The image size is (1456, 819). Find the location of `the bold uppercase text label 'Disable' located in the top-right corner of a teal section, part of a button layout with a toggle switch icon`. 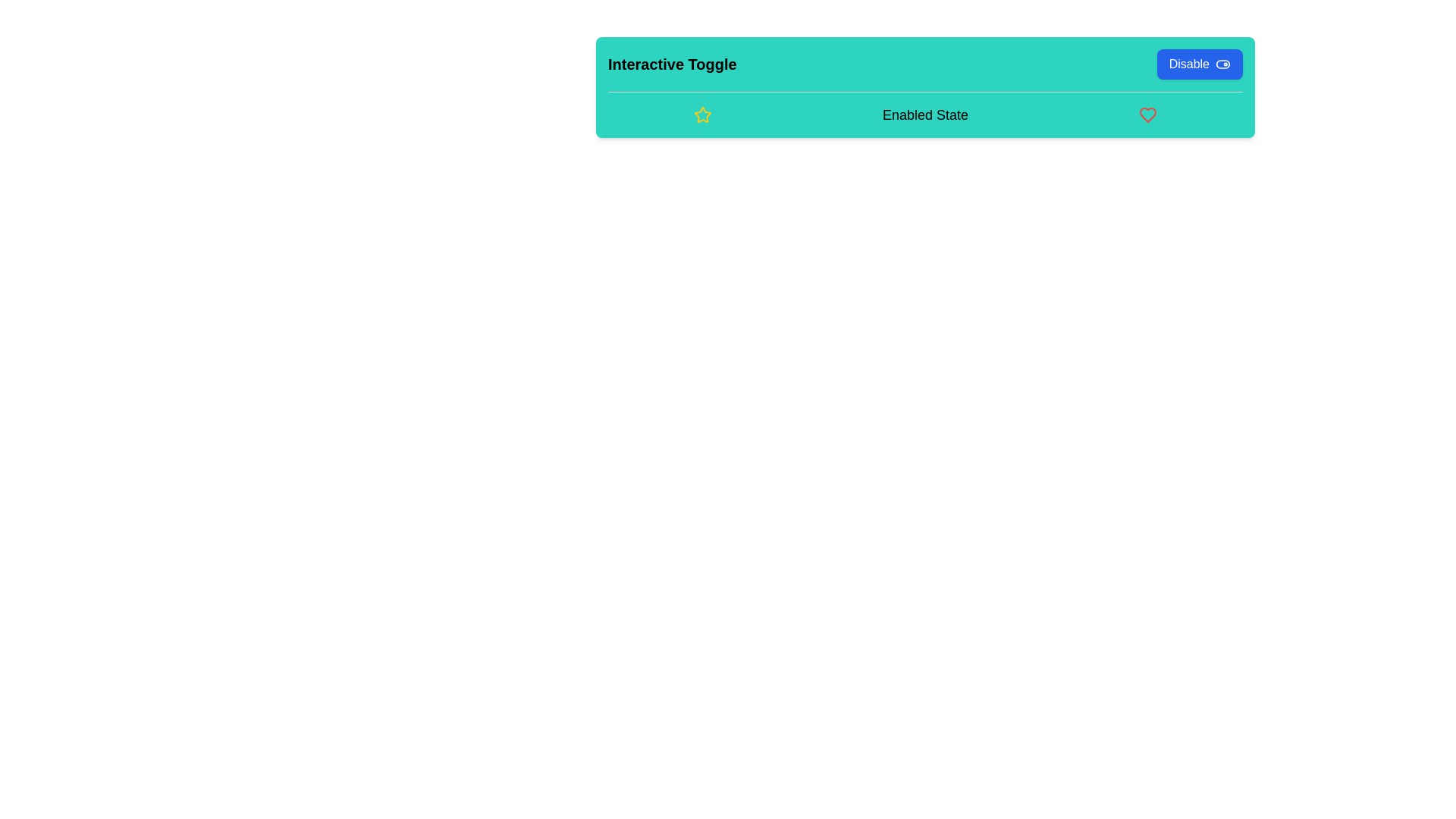

the bold uppercase text label 'Disable' located in the top-right corner of a teal section, part of a button layout with a toggle switch icon is located at coordinates (1188, 63).